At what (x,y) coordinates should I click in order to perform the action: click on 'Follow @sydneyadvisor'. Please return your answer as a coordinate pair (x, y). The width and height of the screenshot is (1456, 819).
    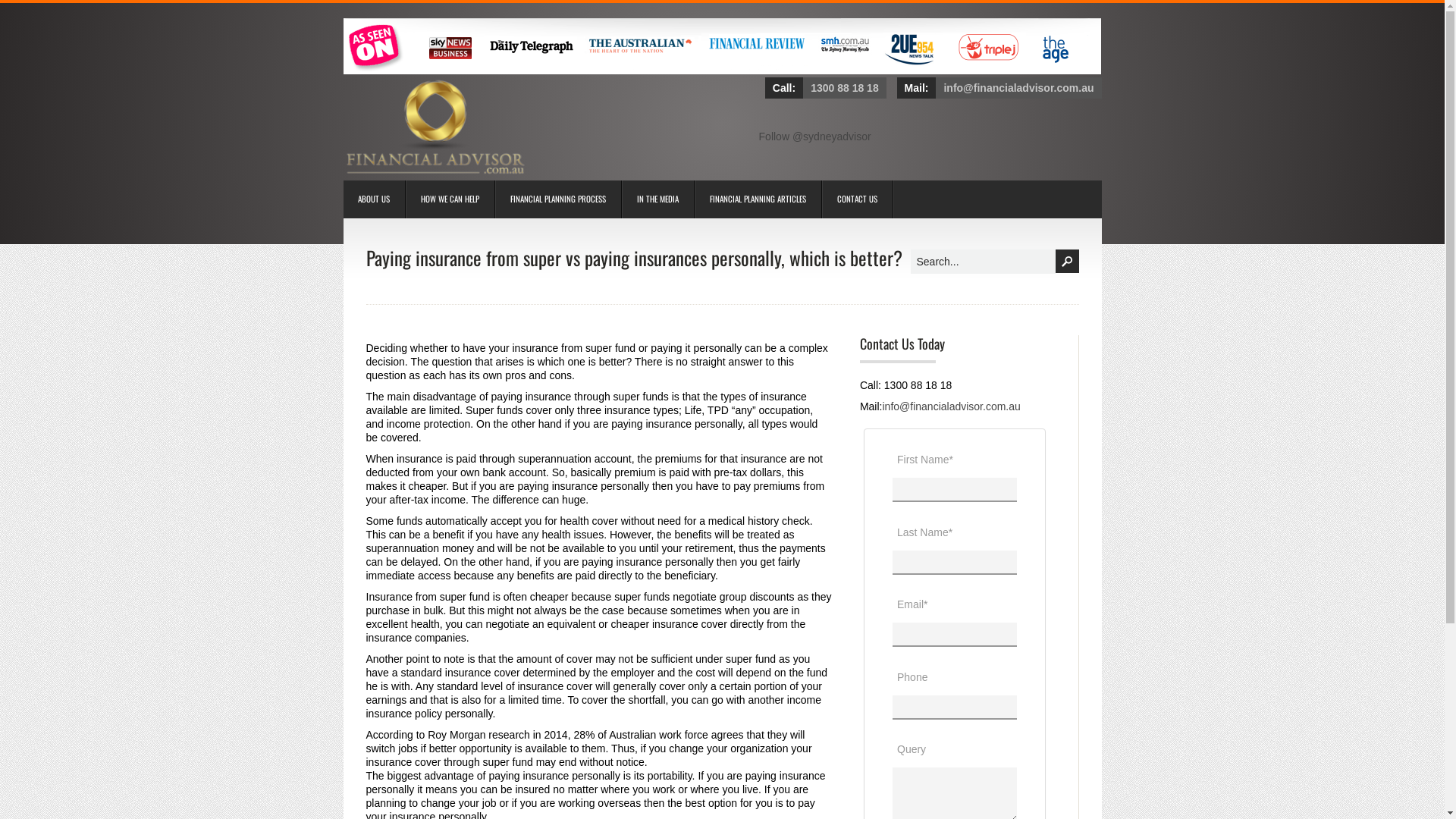
    Looking at the image, I should click on (814, 136).